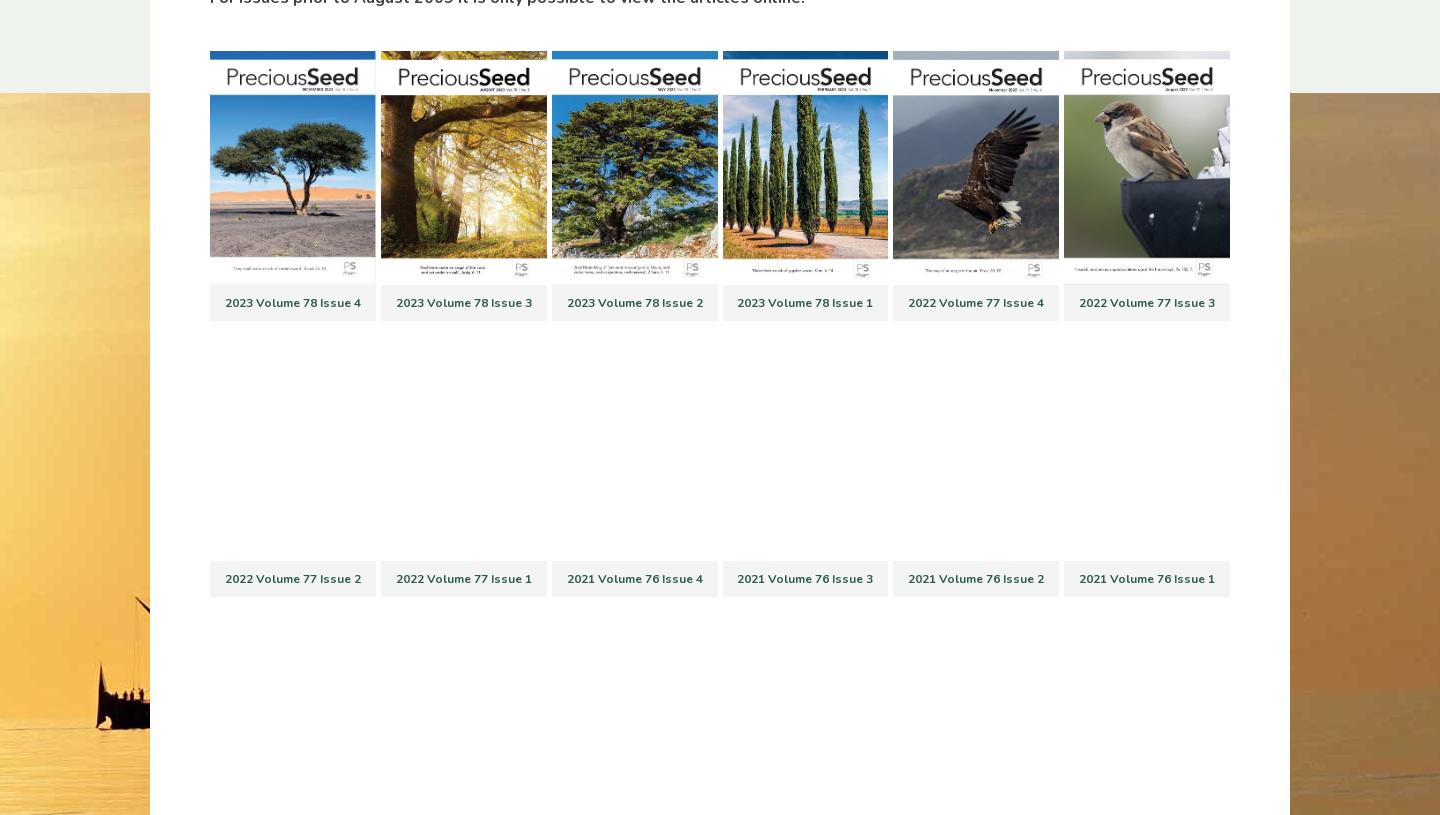 The width and height of the screenshot is (1440, 815). Describe the element at coordinates (795, 671) in the screenshot. I see `'Precious Seed is a charity for the furtherance of evangelical Christianity and to promote, support, and undertake such activities in the United Kingdom and worldwide as are consistent with its Trust deed. Its charity number is 326157.'` at that location.